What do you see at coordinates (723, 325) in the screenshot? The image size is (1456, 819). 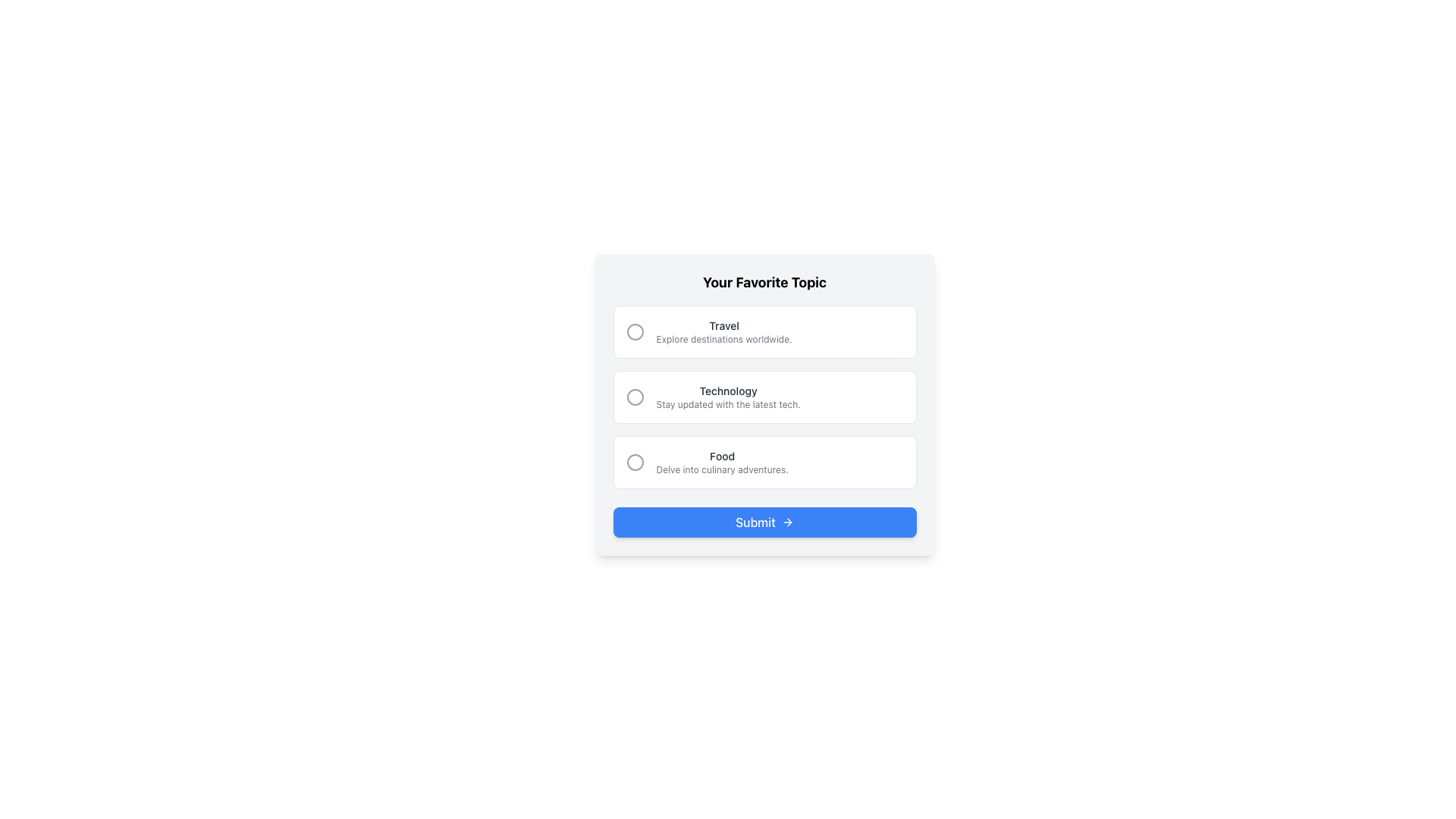 I see `the text label that displays 'Travel', which is a medium weight, dark gray colored text aligned to the right of a radio button and positioned above a smaller descriptive text` at bounding box center [723, 325].